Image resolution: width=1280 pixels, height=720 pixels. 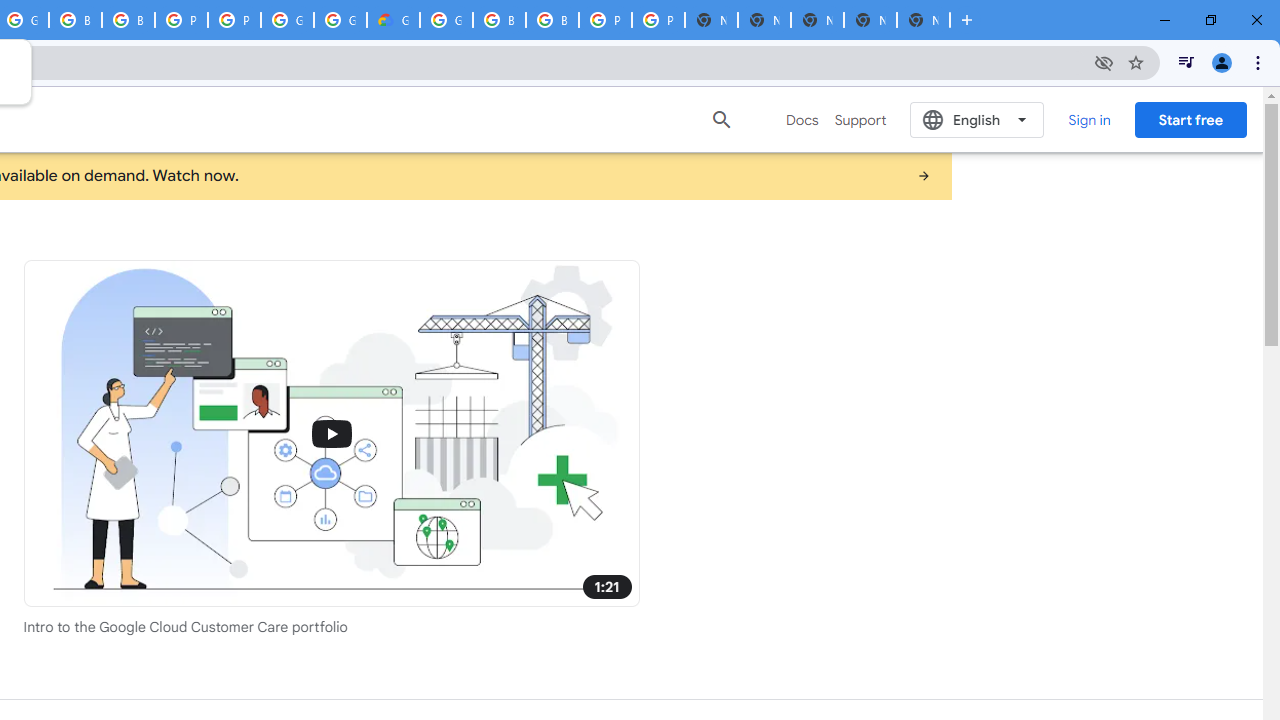 What do you see at coordinates (286, 20) in the screenshot?
I see `'Google Cloud Platform'` at bounding box center [286, 20].